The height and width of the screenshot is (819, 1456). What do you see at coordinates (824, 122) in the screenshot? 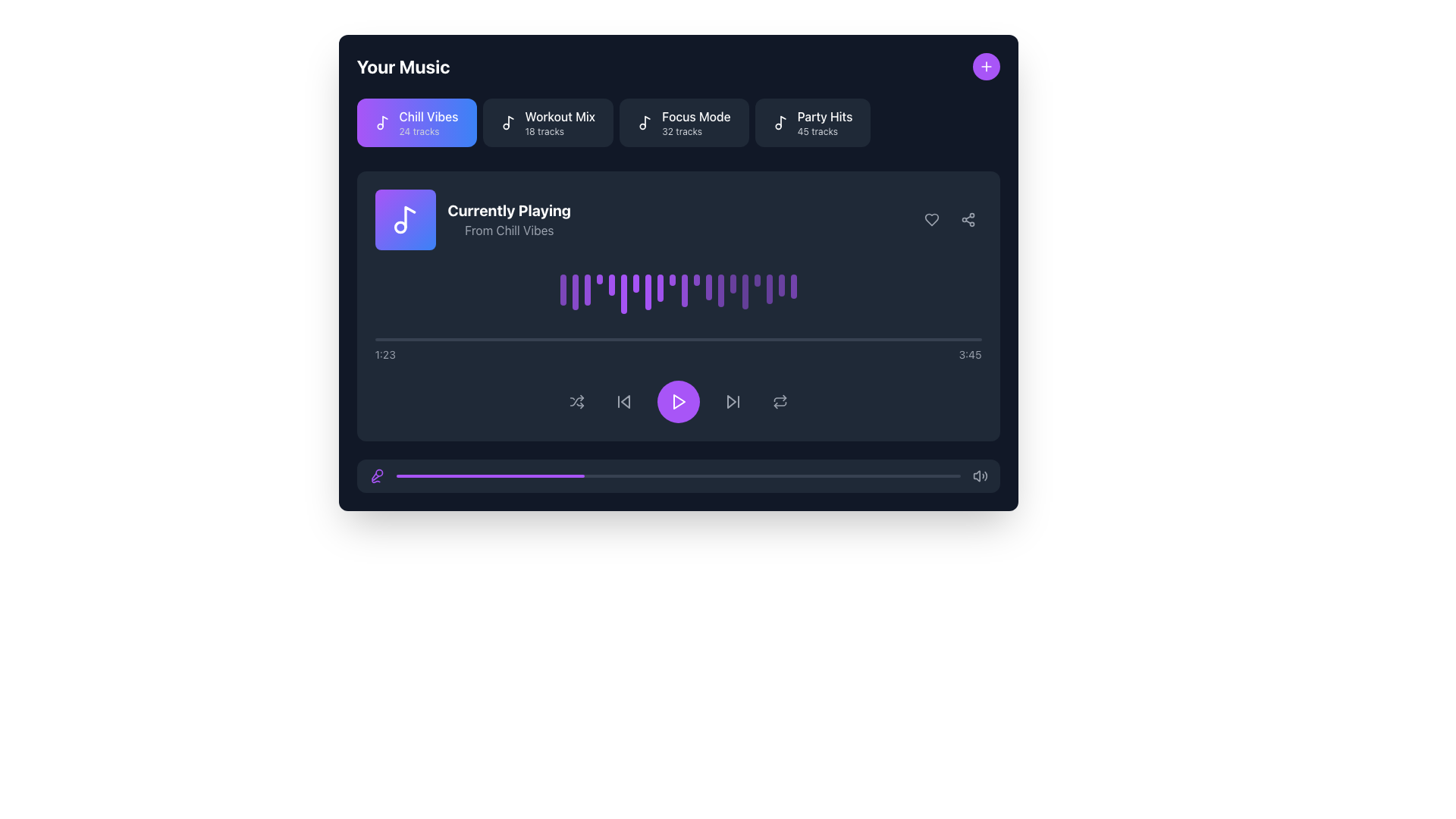
I see `the static text area displaying the 'Party Hits' playlist title and track count, located within the horizontal bar of selectable music playlists at the far right` at bounding box center [824, 122].